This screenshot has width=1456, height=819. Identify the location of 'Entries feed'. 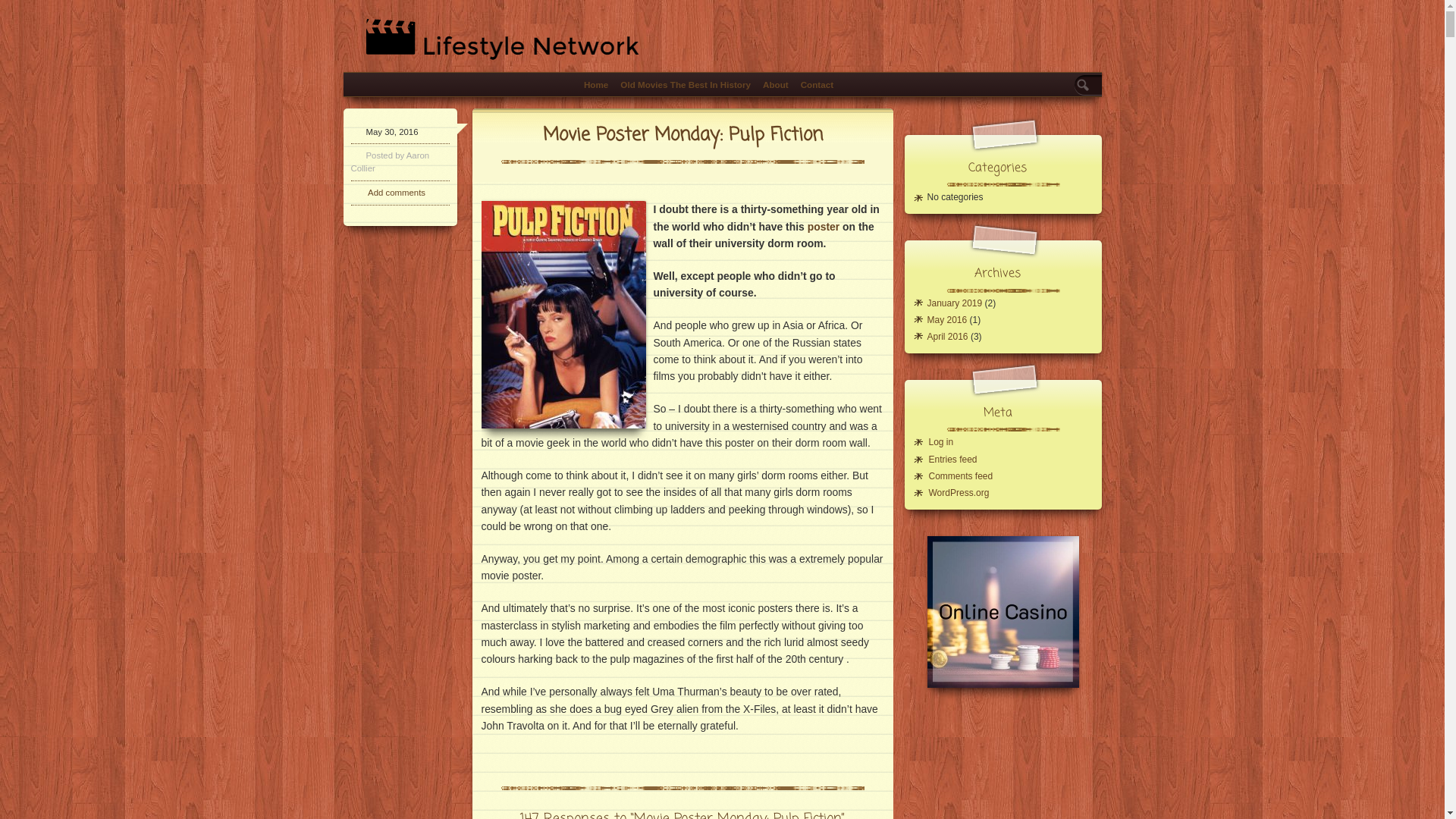
(952, 458).